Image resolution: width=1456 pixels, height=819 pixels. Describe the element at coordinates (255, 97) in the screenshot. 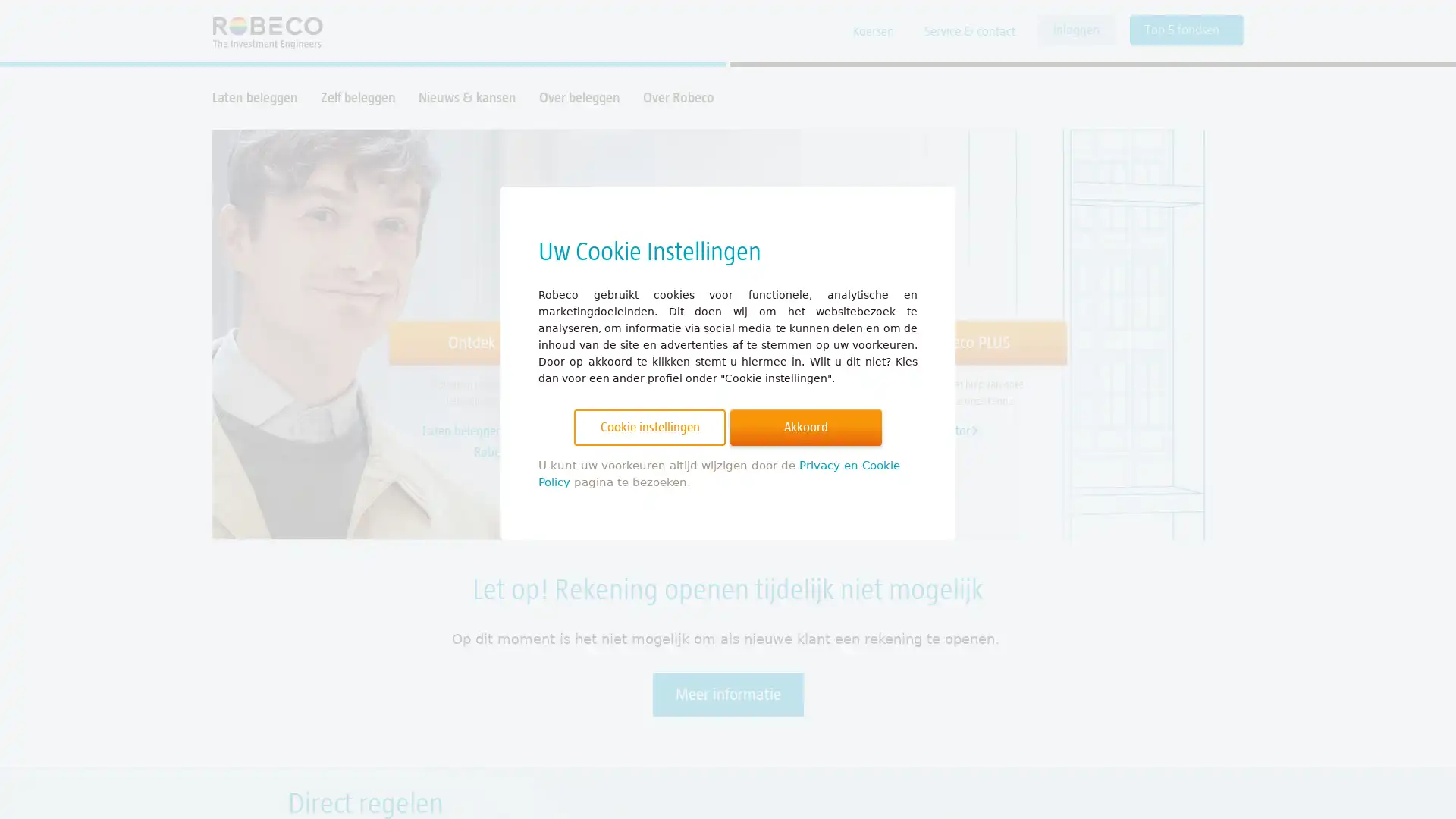

I see `Laten beleggen` at that location.